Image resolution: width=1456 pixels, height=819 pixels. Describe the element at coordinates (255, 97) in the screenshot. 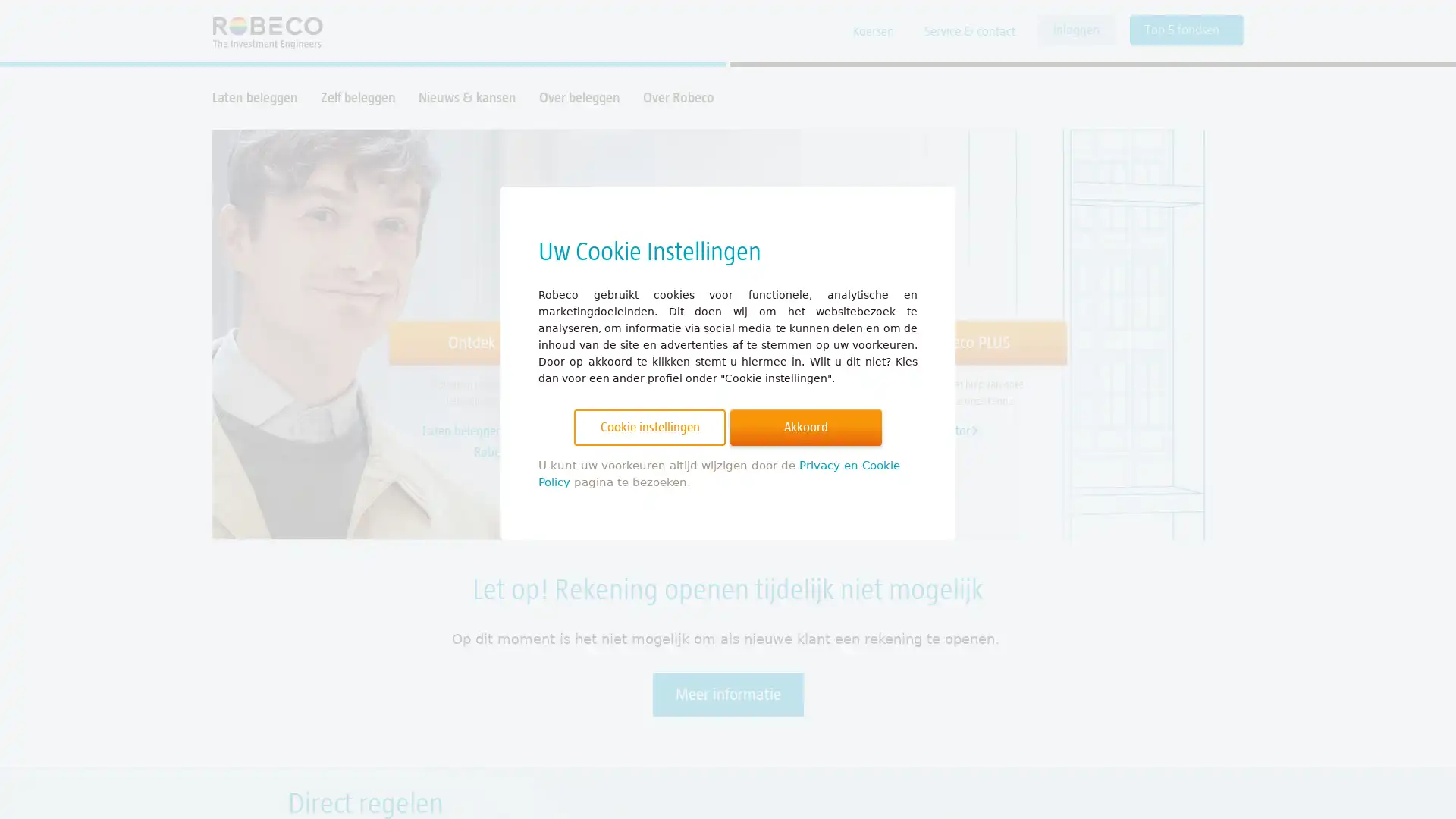

I see `Laten beleggen` at that location.